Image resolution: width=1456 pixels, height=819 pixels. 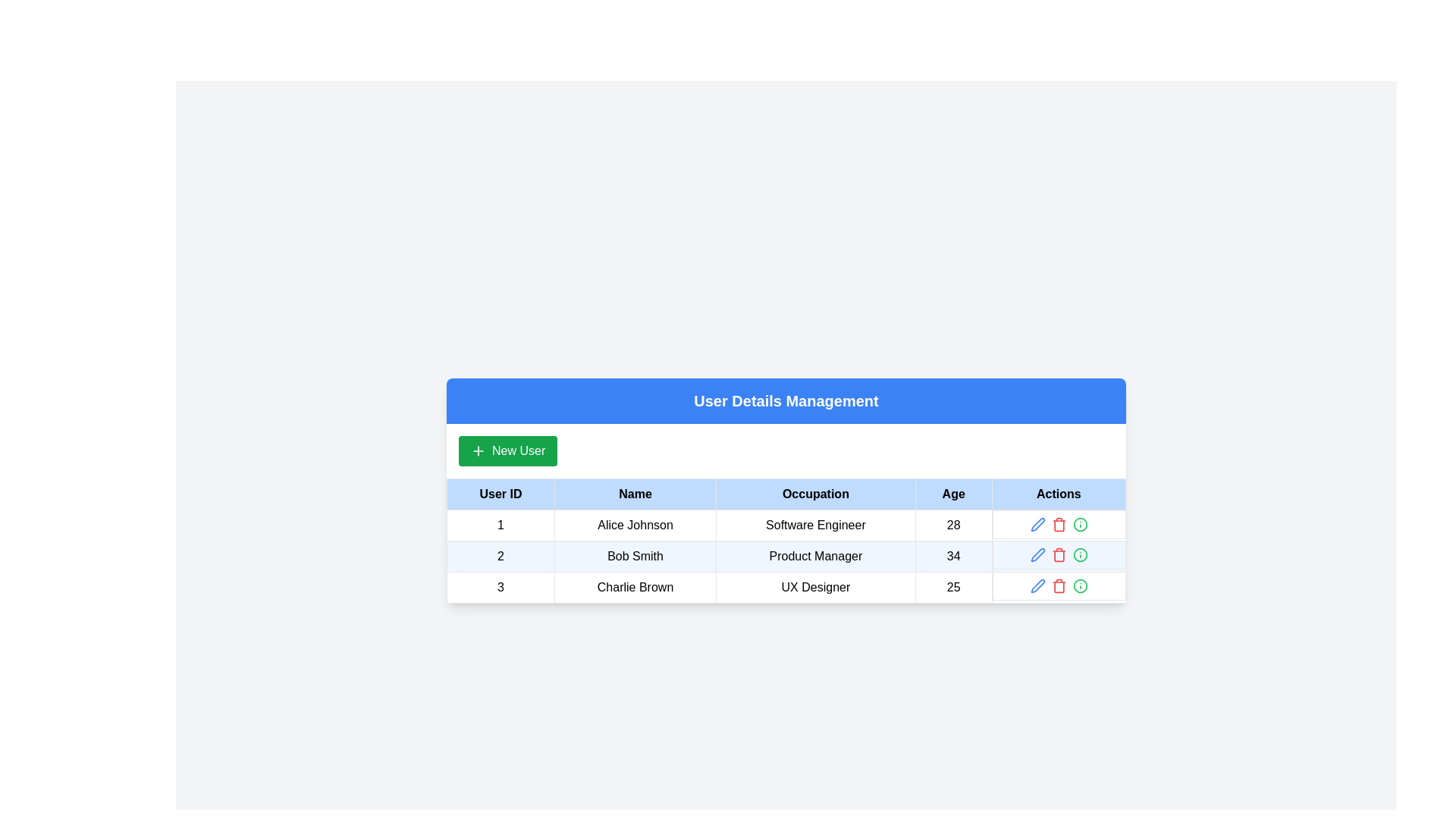 What do you see at coordinates (1058, 525) in the screenshot?
I see `the trash bin icon associated with 'Charlie Brown', a UX Designer` at bounding box center [1058, 525].